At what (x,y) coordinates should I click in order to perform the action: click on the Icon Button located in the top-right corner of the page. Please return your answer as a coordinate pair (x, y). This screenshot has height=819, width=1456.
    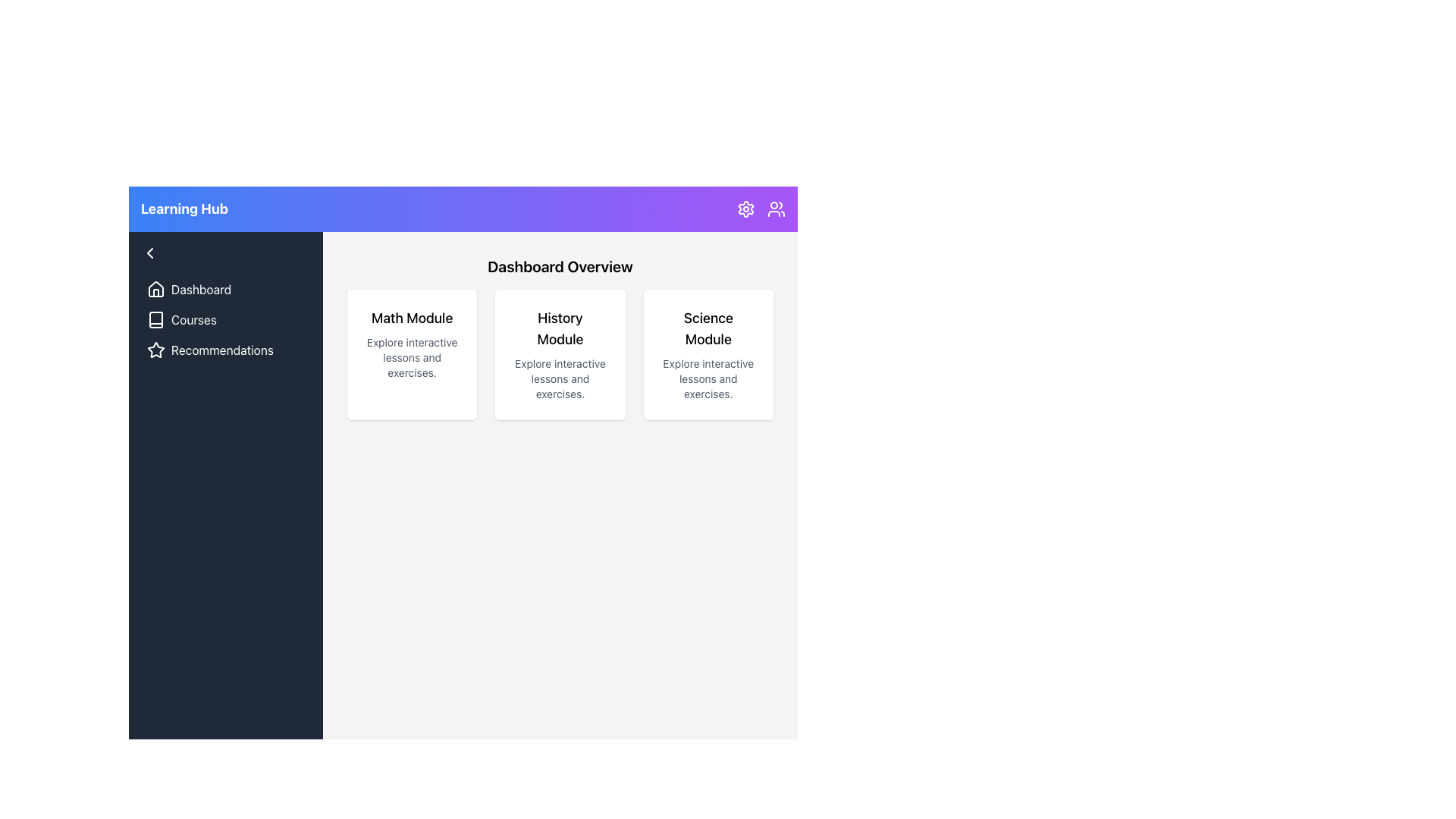
    Looking at the image, I should click on (745, 209).